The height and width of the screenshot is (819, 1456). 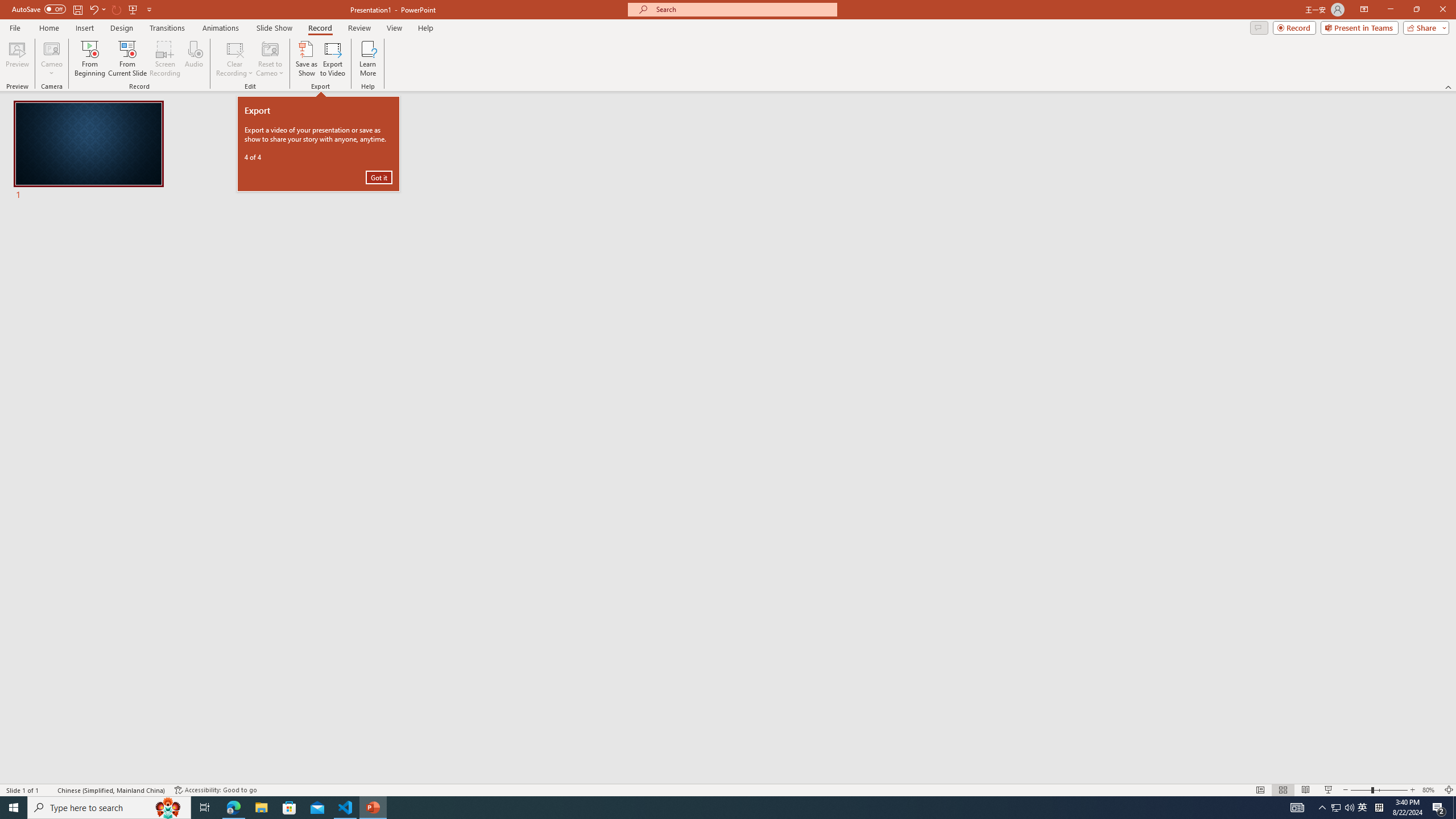 What do you see at coordinates (289, 806) in the screenshot?
I see `'Microsoft Store'` at bounding box center [289, 806].